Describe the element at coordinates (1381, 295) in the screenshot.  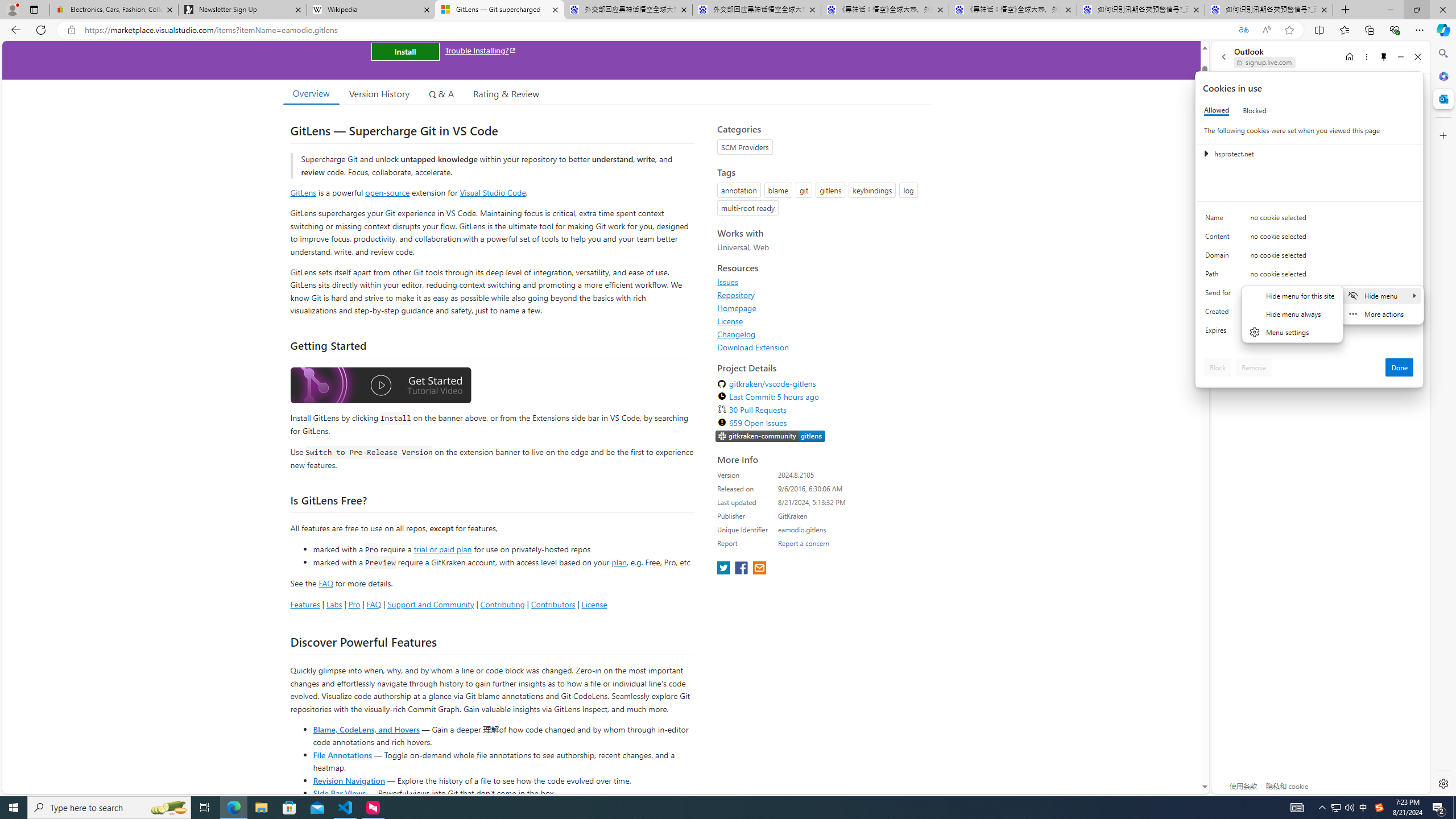
I see `'Hide menu'` at that location.